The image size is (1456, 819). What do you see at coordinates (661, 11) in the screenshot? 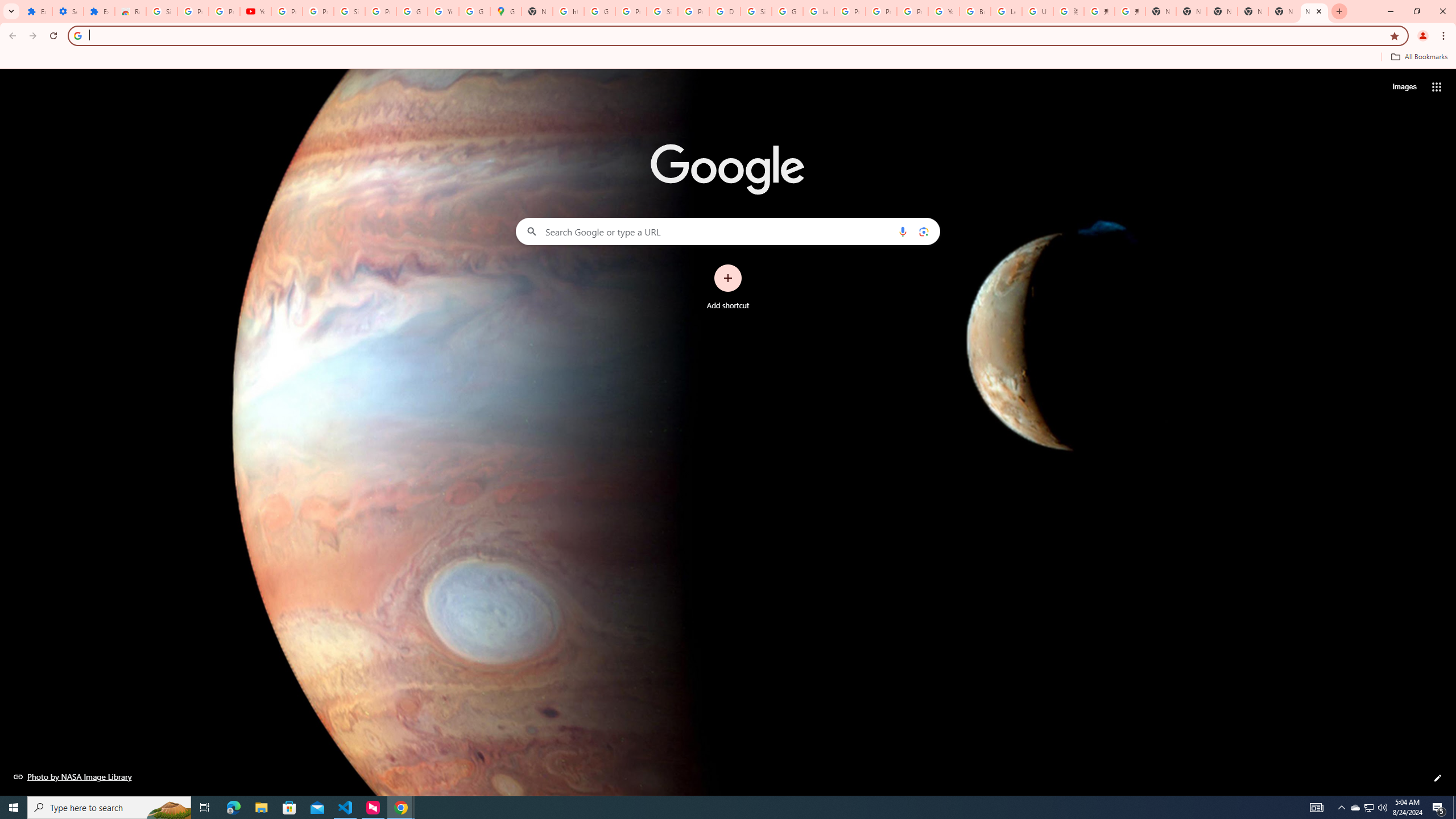
I see `'Sign in - Google Accounts'` at bounding box center [661, 11].